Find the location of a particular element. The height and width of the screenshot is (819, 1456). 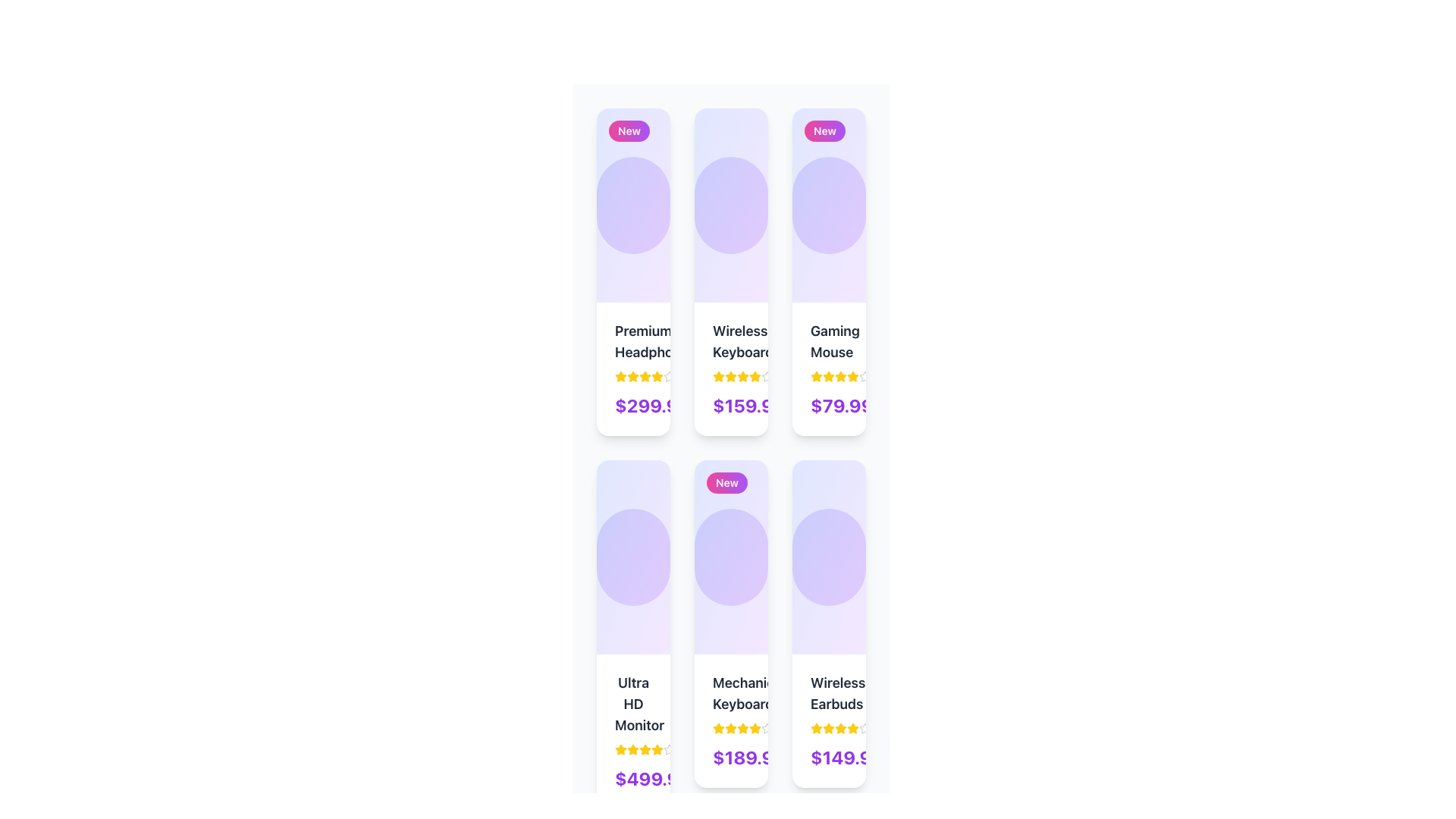

the static text label displaying the price of the product 'Wireless Earbuds', located at the bottom section of the card, centered within the card's layout is located at coordinates (846, 758).